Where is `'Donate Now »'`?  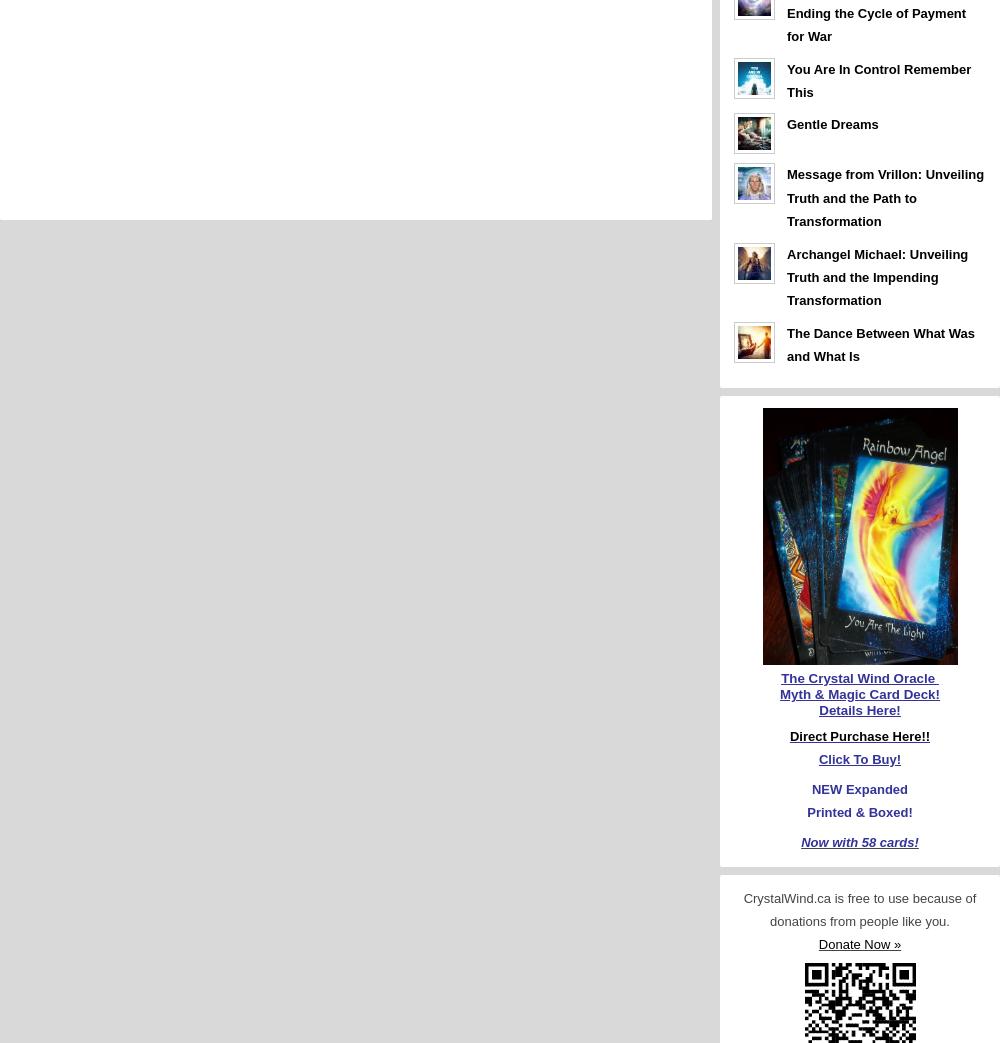 'Donate Now »' is located at coordinates (858, 943).